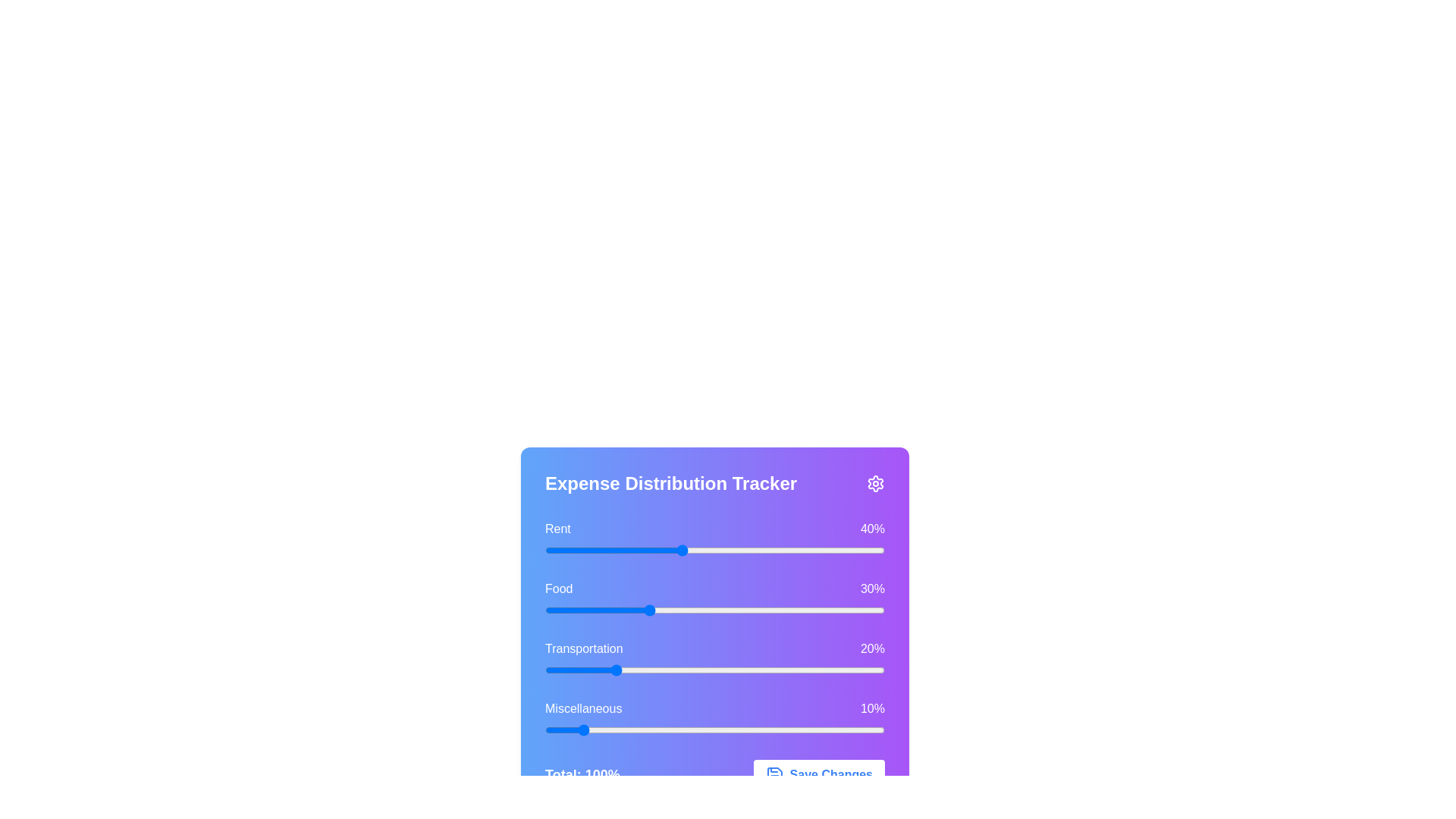 Image resolution: width=1456 pixels, height=819 pixels. I want to click on the 'Transportation' slider, so click(818, 669).